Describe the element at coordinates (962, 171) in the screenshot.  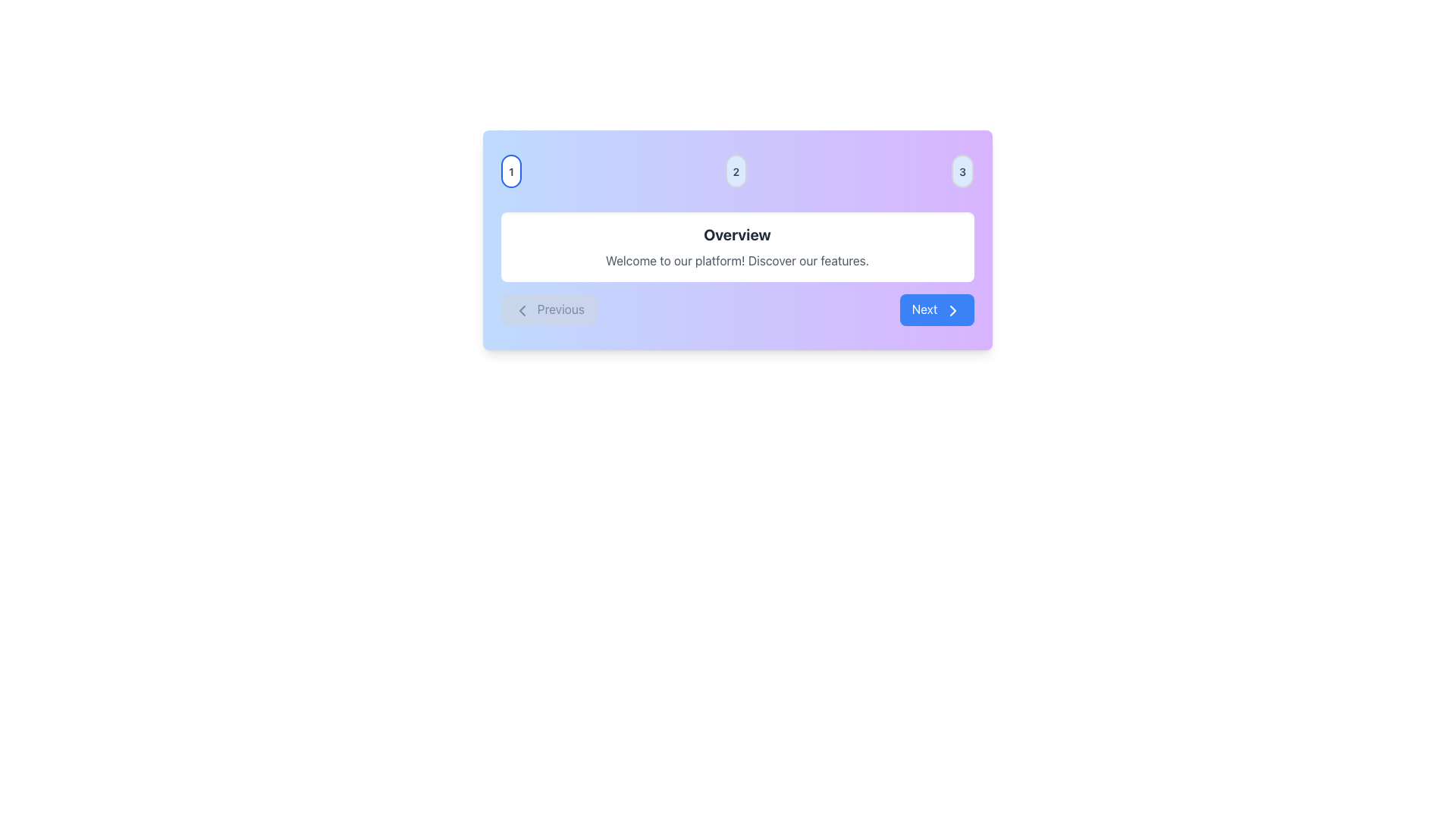
I see `the text element representing the number '3', which is part of a group of three circular buttons indicating sequential steps in a multi-step process` at that location.